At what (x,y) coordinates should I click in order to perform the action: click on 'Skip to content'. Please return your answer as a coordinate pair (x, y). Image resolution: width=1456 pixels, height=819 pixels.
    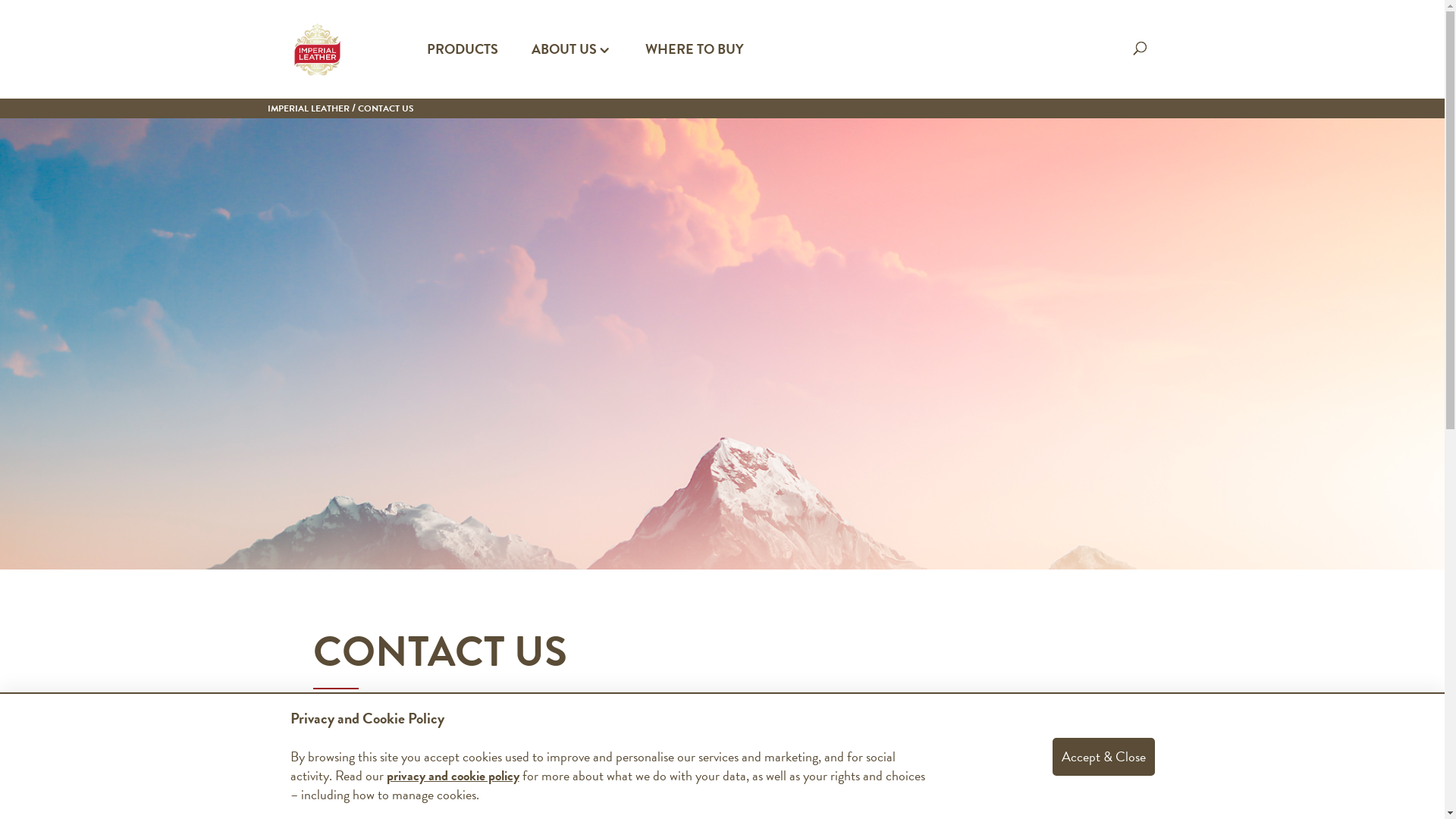
    Looking at the image, I should click on (0, 0).